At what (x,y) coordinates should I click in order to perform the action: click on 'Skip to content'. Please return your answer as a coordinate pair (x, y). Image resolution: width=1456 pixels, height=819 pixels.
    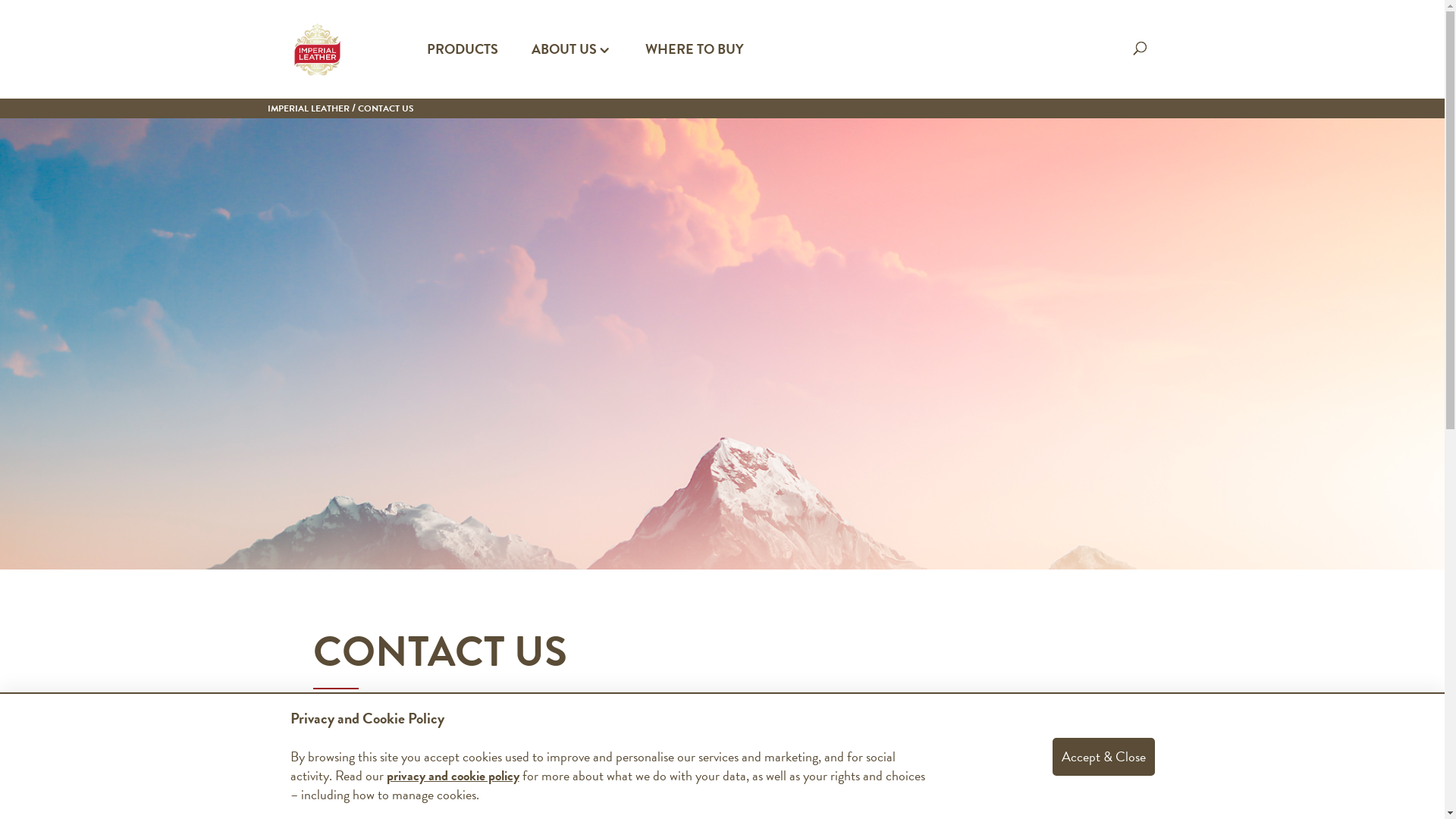
    Looking at the image, I should click on (0, 0).